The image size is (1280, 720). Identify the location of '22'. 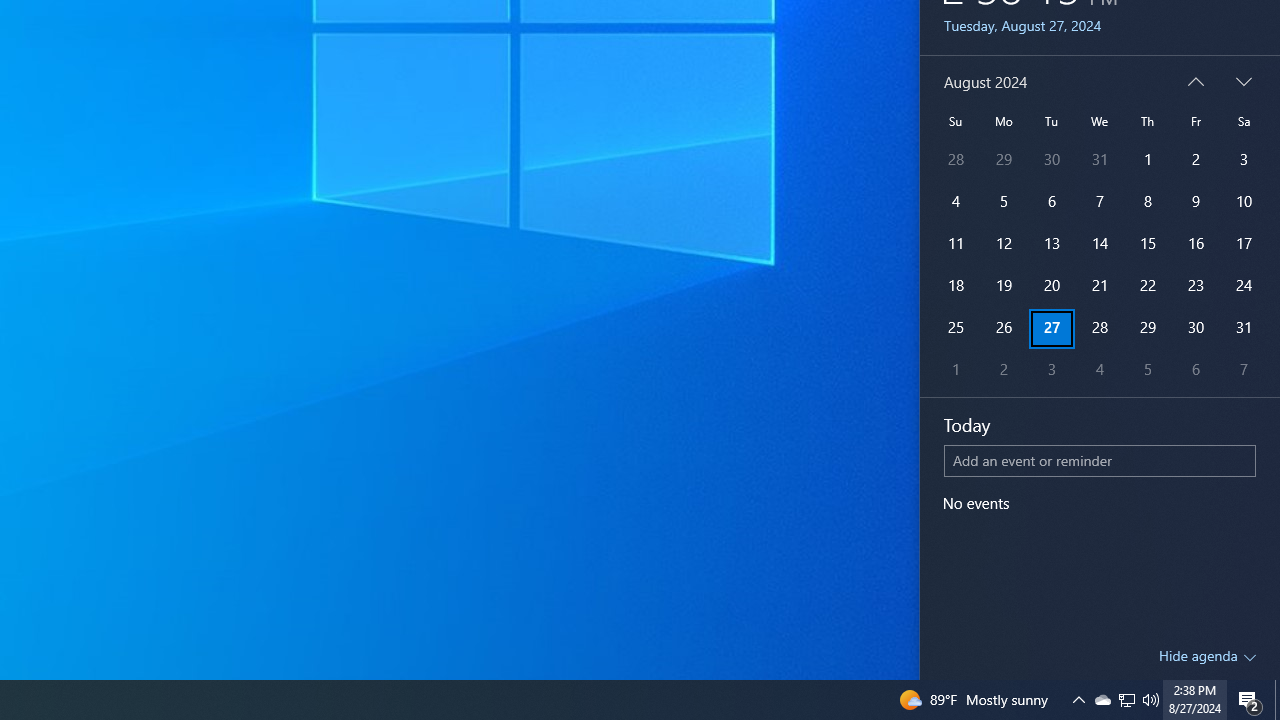
(1098, 286).